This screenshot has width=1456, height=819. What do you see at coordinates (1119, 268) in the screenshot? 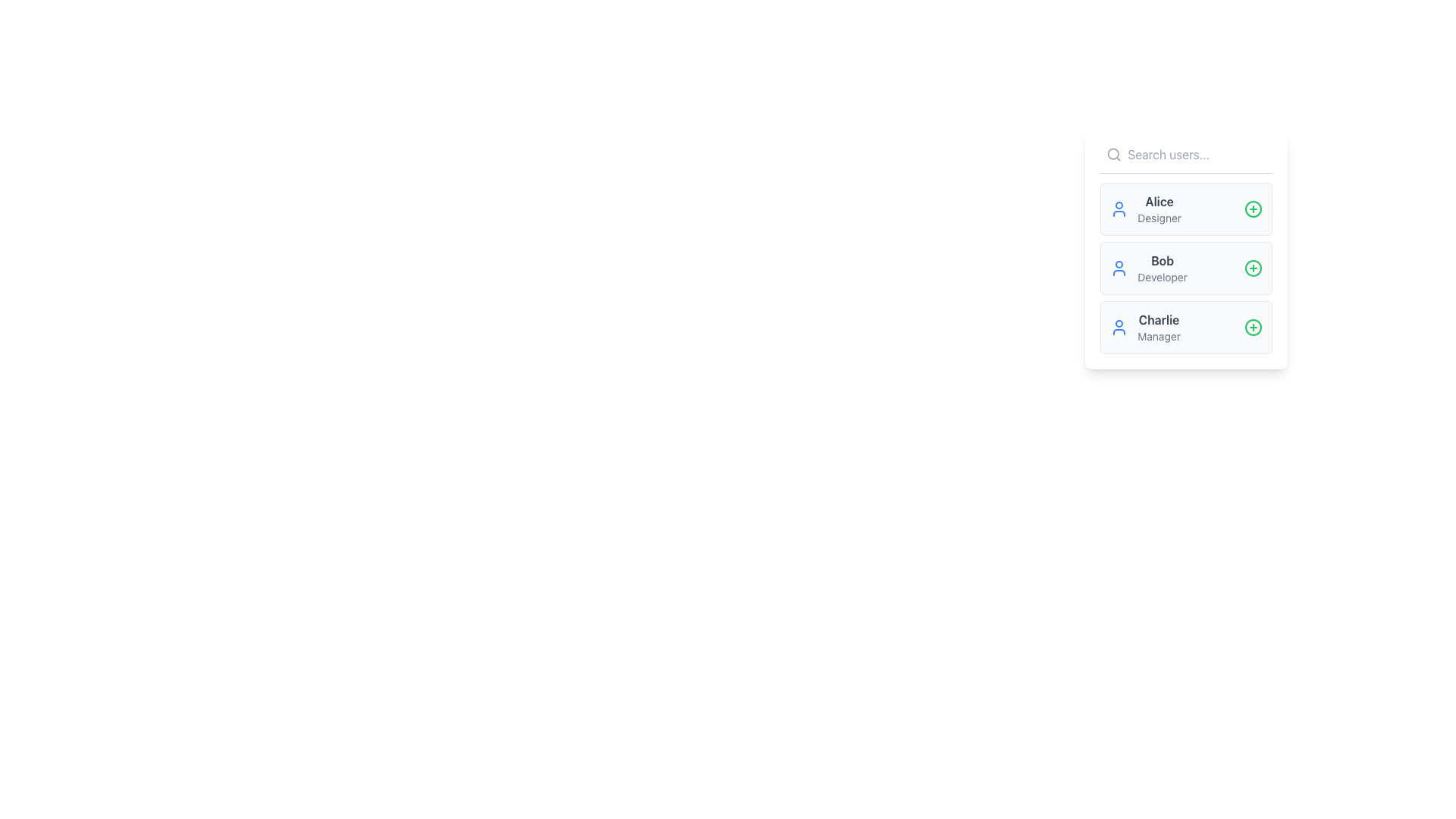
I see `the user icon with a blue outline representing 'Bob Developer', located at the start of the list row` at bounding box center [1119, 268].